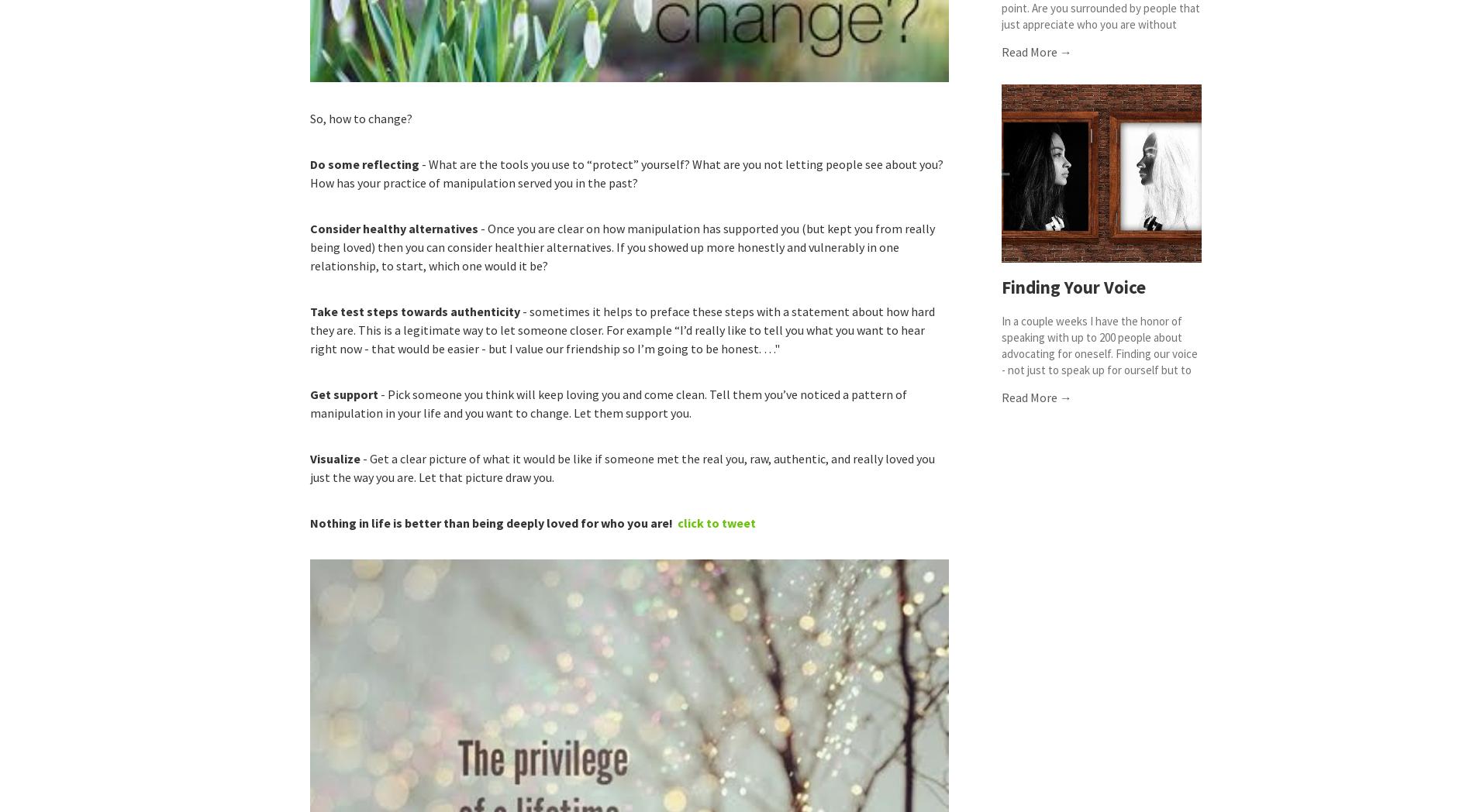  Describe the element at coordinates (415, 310) in the screenshot. I see `'Take test steps towards authenticity'` at that location.